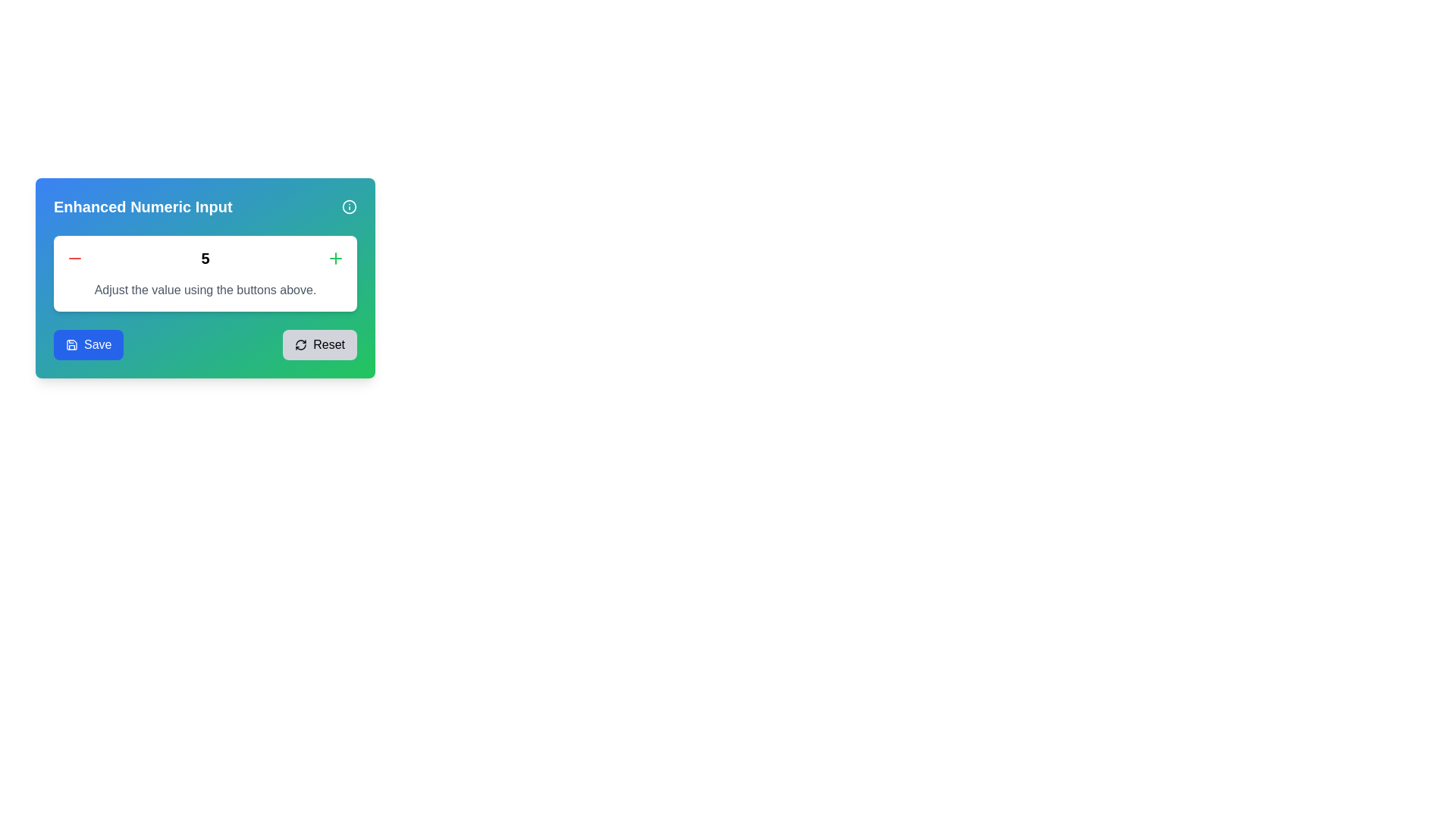 The height and width of the screenshot is (819, 1456). What do you see at coordinates (97, 345) in the screenshot?
I see `the 'Save' text label within the blue button located at the bottom-left corner of the card` at bounding box center [97, 345].